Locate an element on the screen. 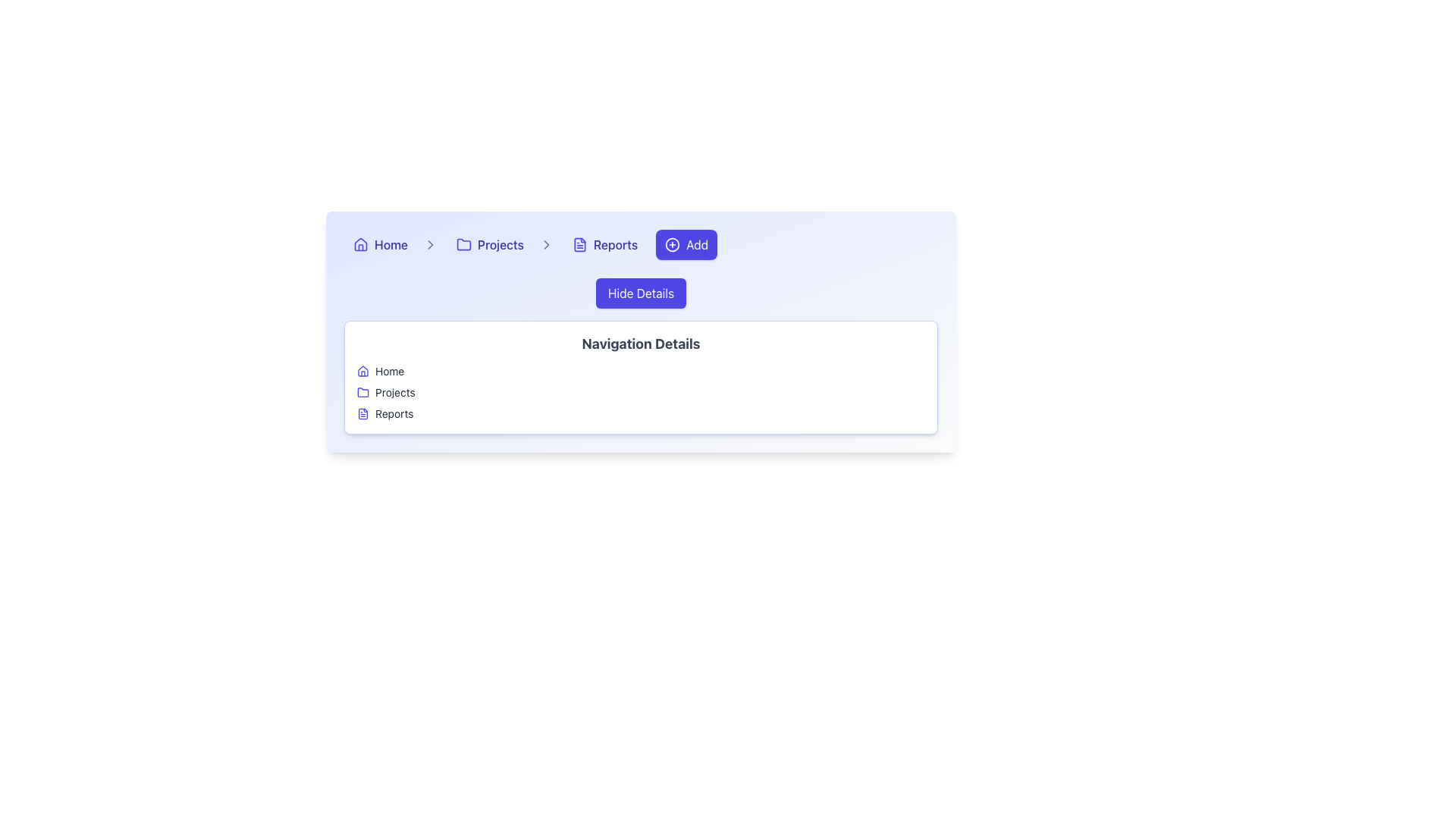  the circular indigo icon with an outlined plus sign in the center, located within the 'Add' button in the upper-right corner of the navigation bar is located at coordinates (672, 244).